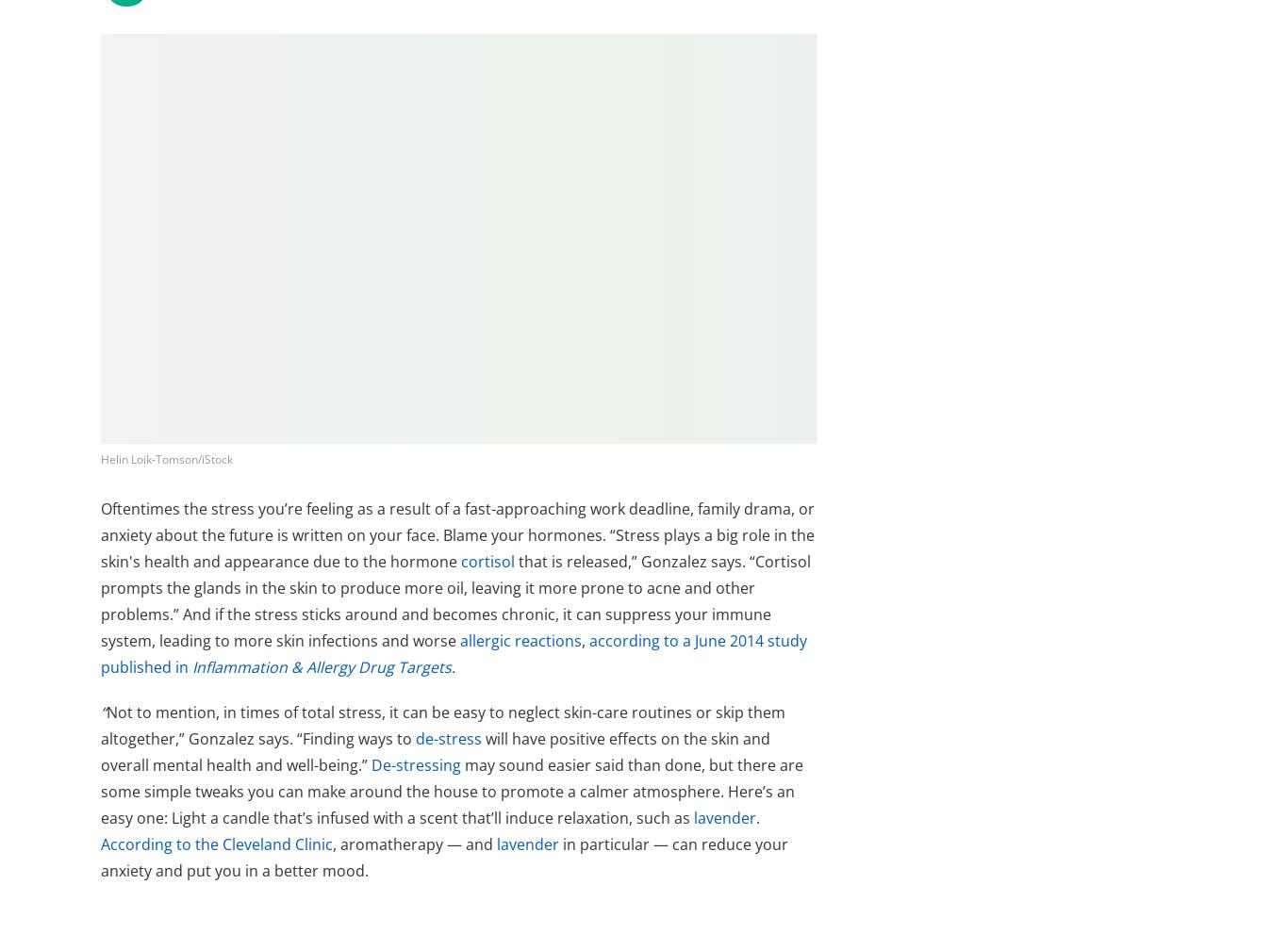  Describe the element at coordinates (100, 790) in the screenshot. I see `'may sound easier said than done, but there are some simple tweaks you can make around the house to promote a calmer atmosphere. Here’s an easy one: Light a candle that’s infused with a scent that’ll induce relaxation, such as'` at that location.